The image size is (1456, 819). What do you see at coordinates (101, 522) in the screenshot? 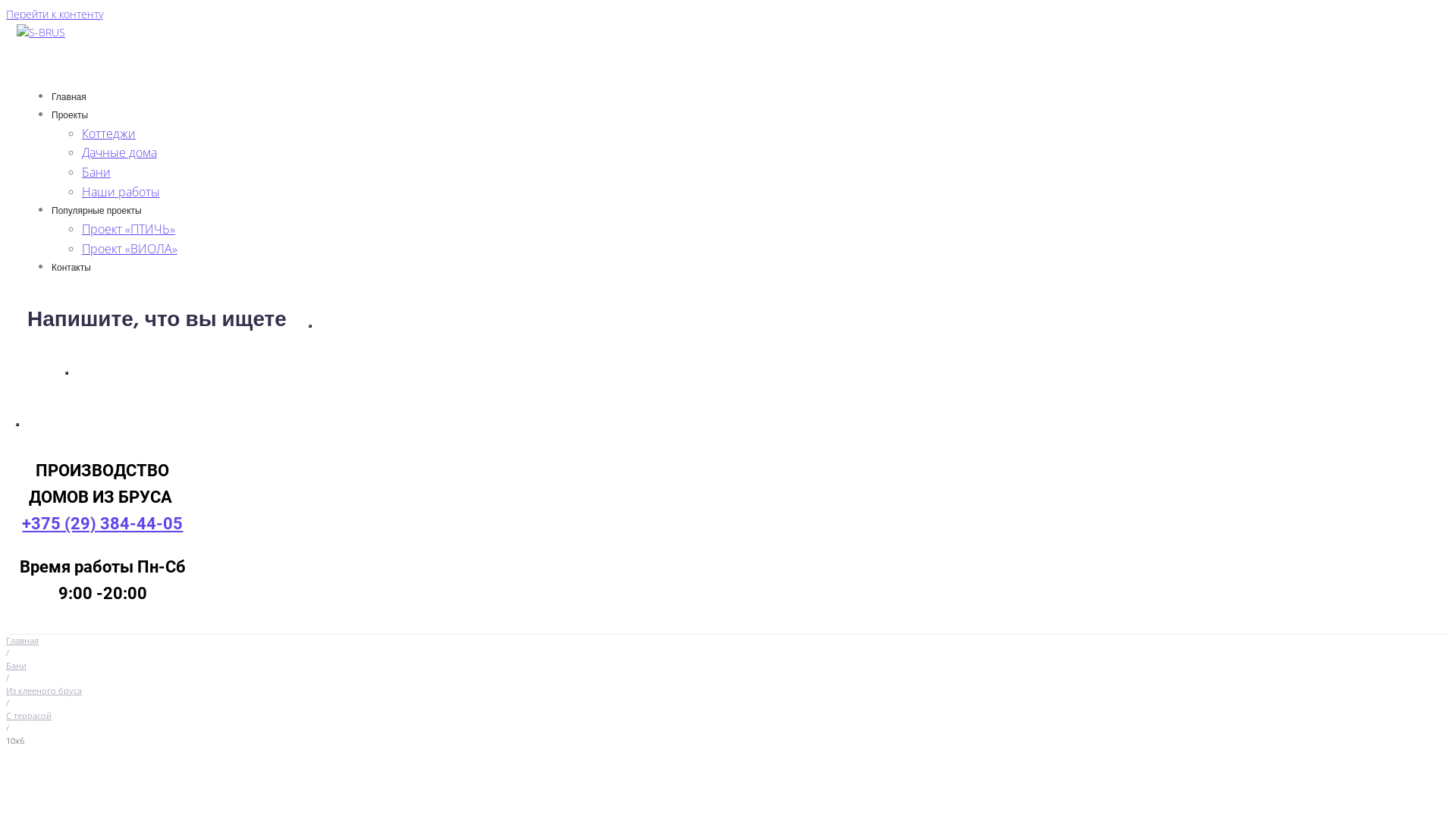
I see `'+375 (29) 384-44-05'` at bounding box center [101, 522].